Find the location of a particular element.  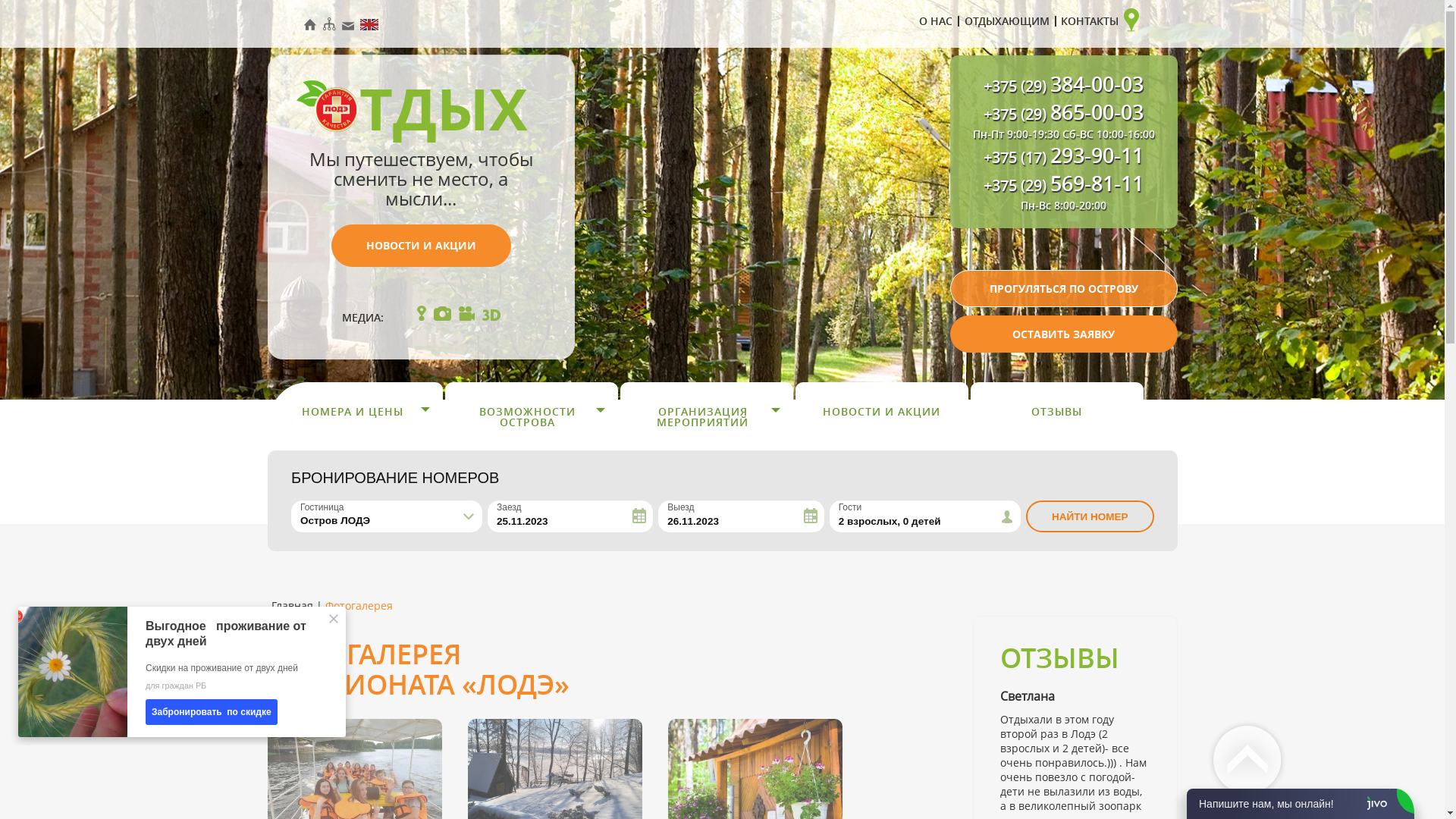

'+375 (29) 384-00-03' is located at coordinates (983, 86).